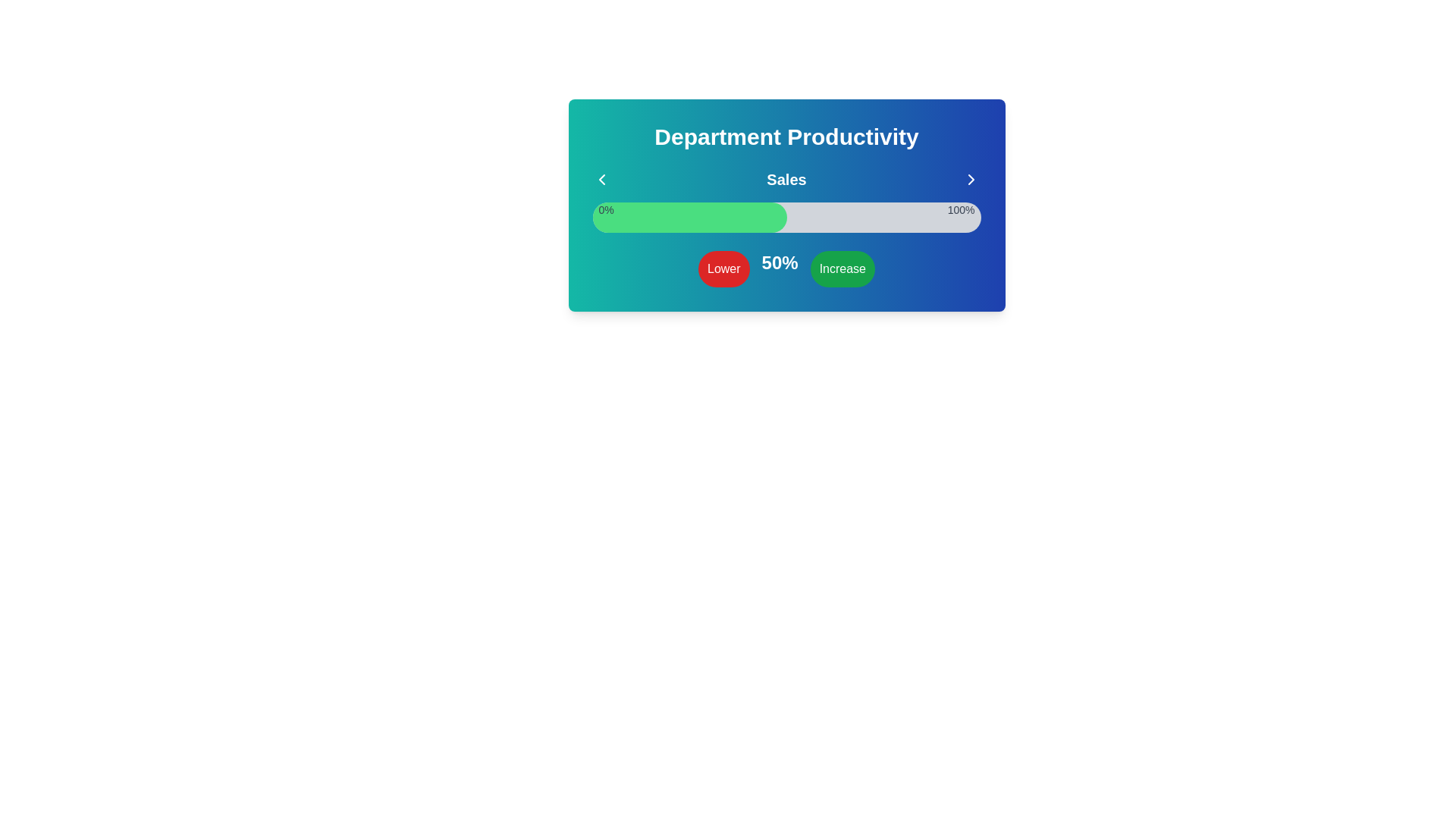 Image resolution: width=1456 pixels, height=819 pixels. I want to click on the green 'Increase' button with white text, so click(842, 268).